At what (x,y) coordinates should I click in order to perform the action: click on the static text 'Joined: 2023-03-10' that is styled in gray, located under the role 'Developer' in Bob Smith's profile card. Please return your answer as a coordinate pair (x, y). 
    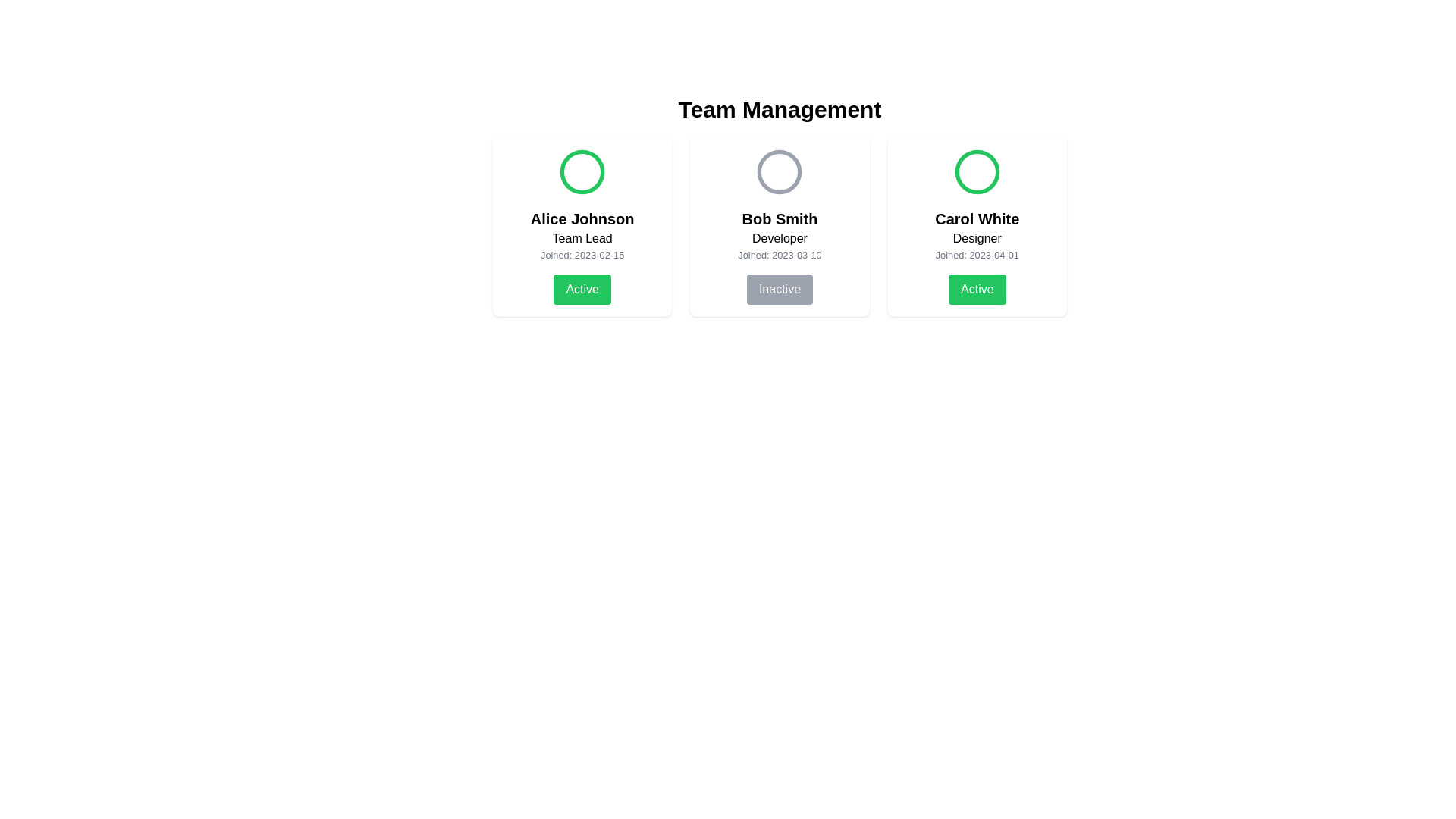
    Looking at the image, I should click on (780, 254).